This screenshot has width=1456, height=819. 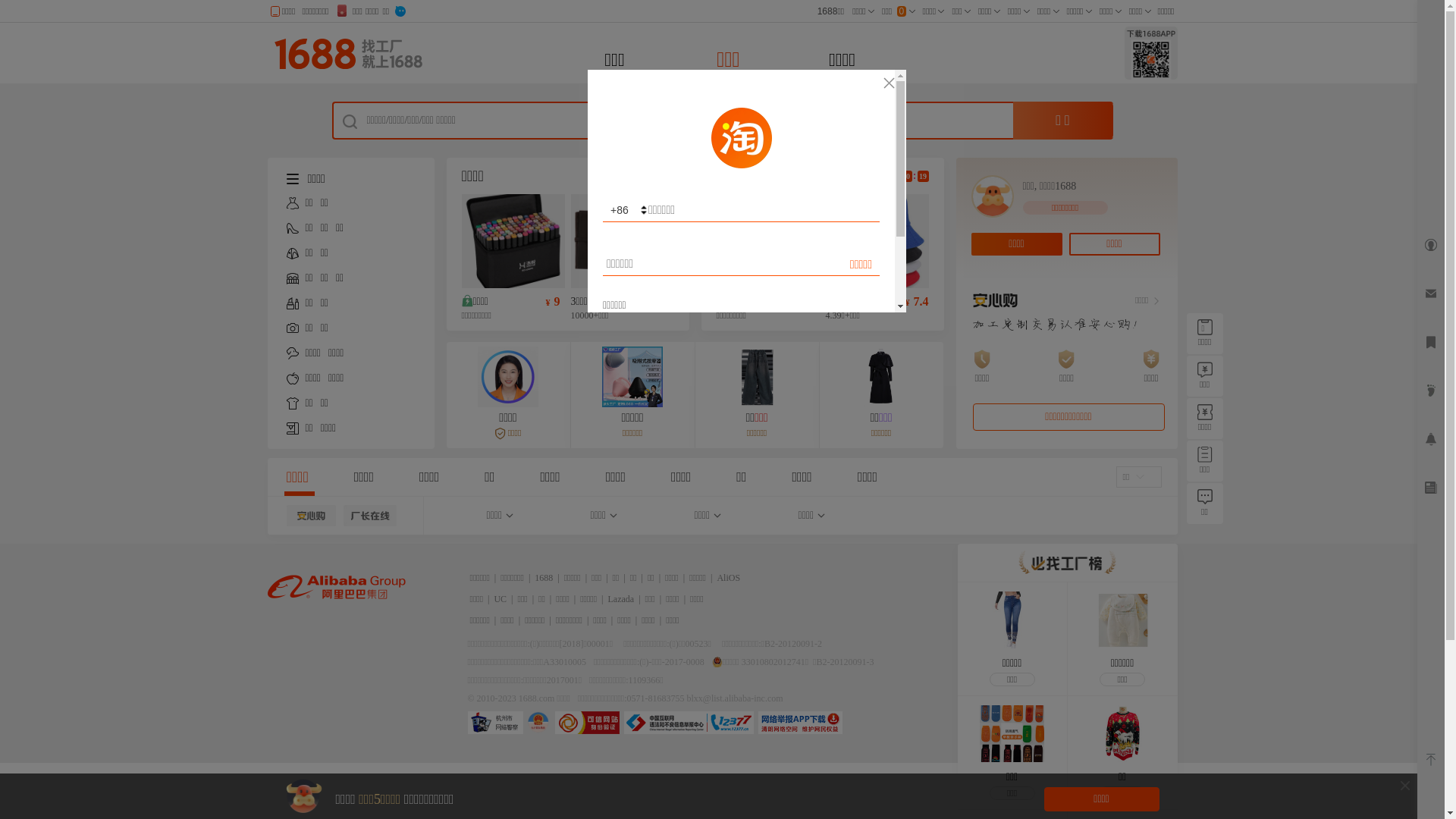 What do you see at coordinates (500, 598) in the screenshot?
I see `'UC'` at bounding box center [500, 598].